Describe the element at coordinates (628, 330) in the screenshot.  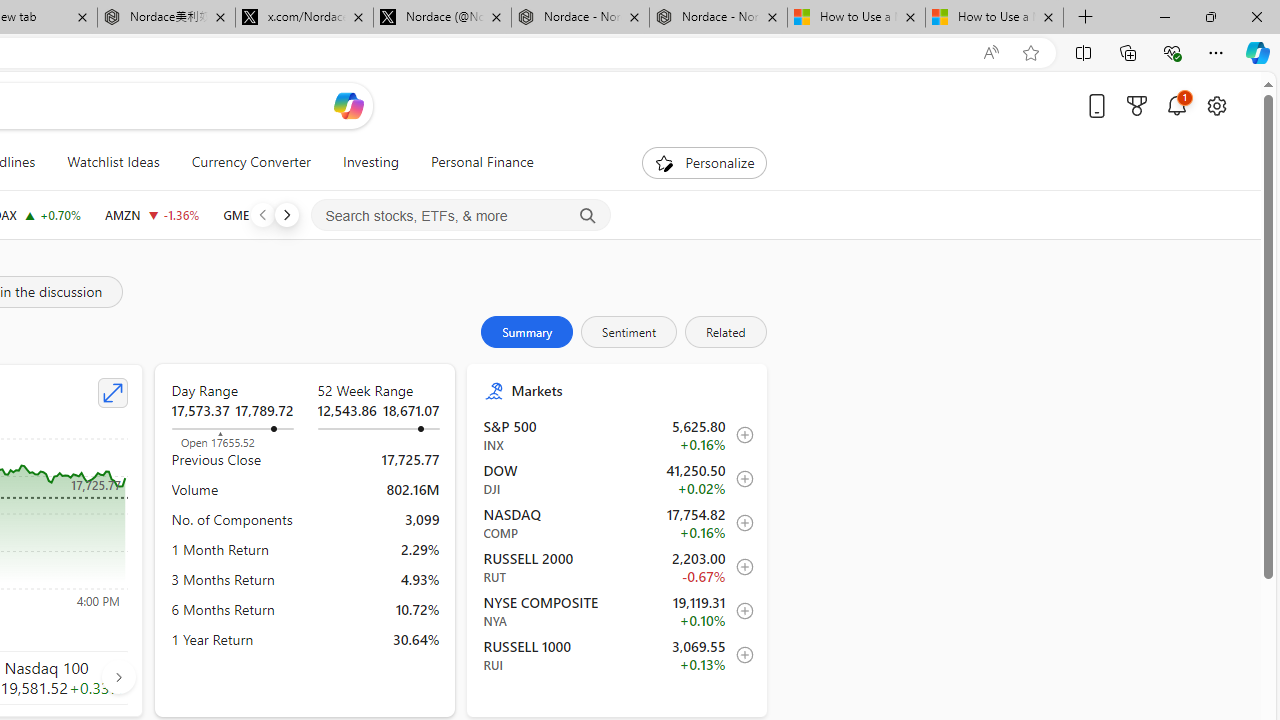
I see `'Sentiment'` at that location.